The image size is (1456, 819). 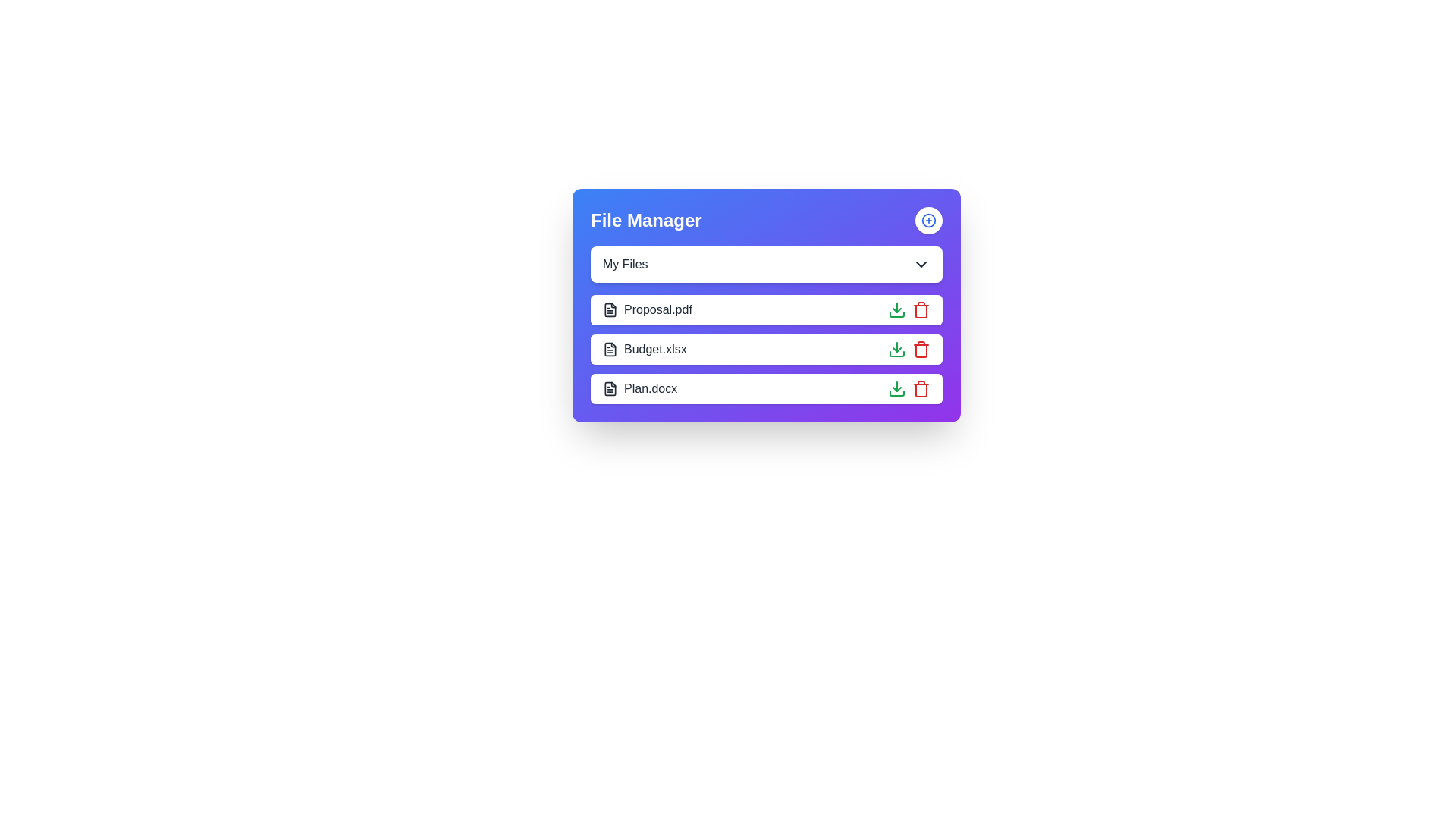 I want to click on the green icon in the group of icons associated with the 'Budget.xlsx' file to initiate a download, so click(x=909, y=350).